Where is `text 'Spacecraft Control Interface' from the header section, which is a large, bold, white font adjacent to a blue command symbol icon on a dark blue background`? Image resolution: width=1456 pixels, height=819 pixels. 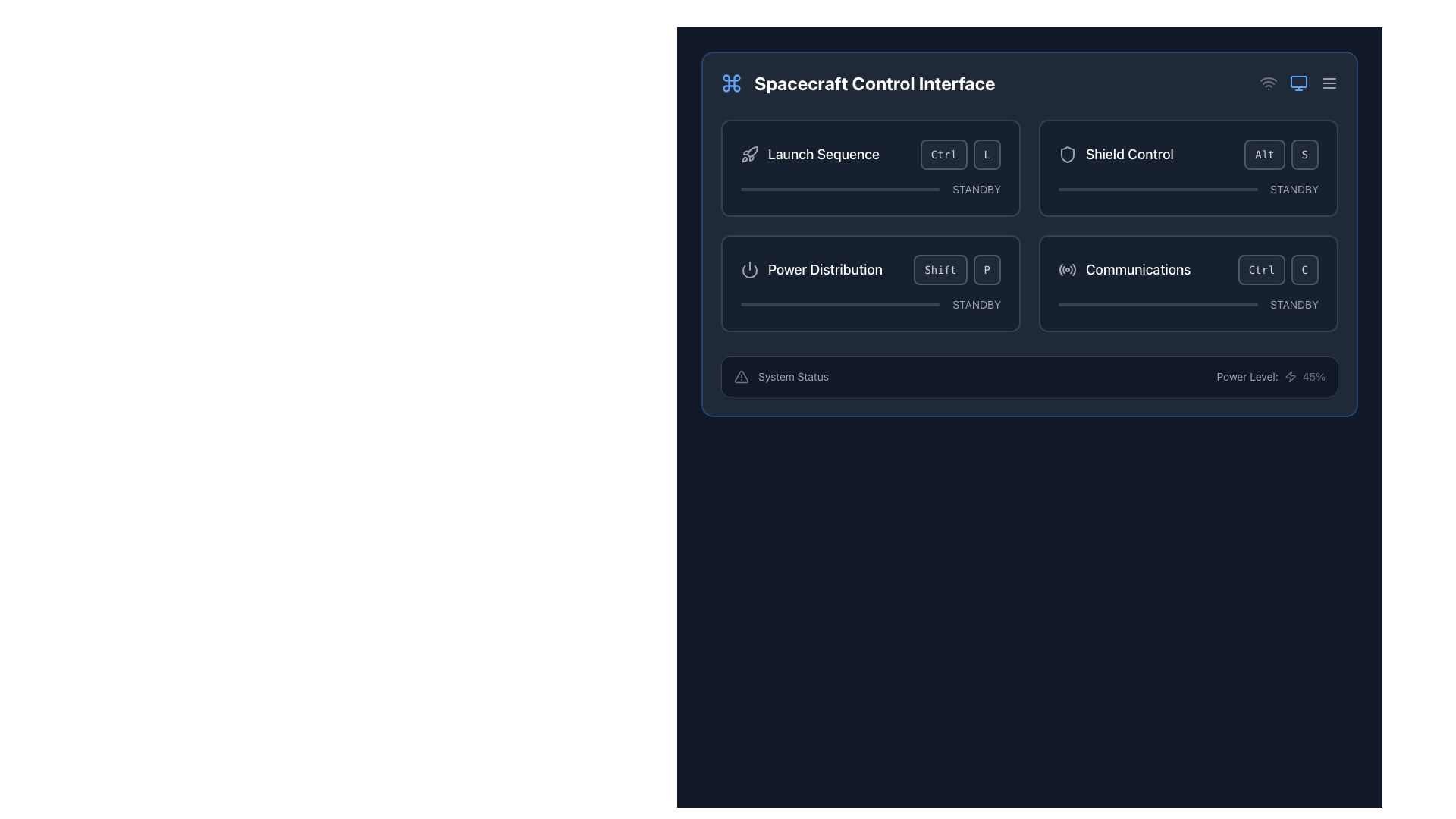 text 'Spacecraft Control Interface' from the header section, which is a large, bold, white font adjacent to a blue command symbol icon on a dark blue background is located at coordinates (858, 83).